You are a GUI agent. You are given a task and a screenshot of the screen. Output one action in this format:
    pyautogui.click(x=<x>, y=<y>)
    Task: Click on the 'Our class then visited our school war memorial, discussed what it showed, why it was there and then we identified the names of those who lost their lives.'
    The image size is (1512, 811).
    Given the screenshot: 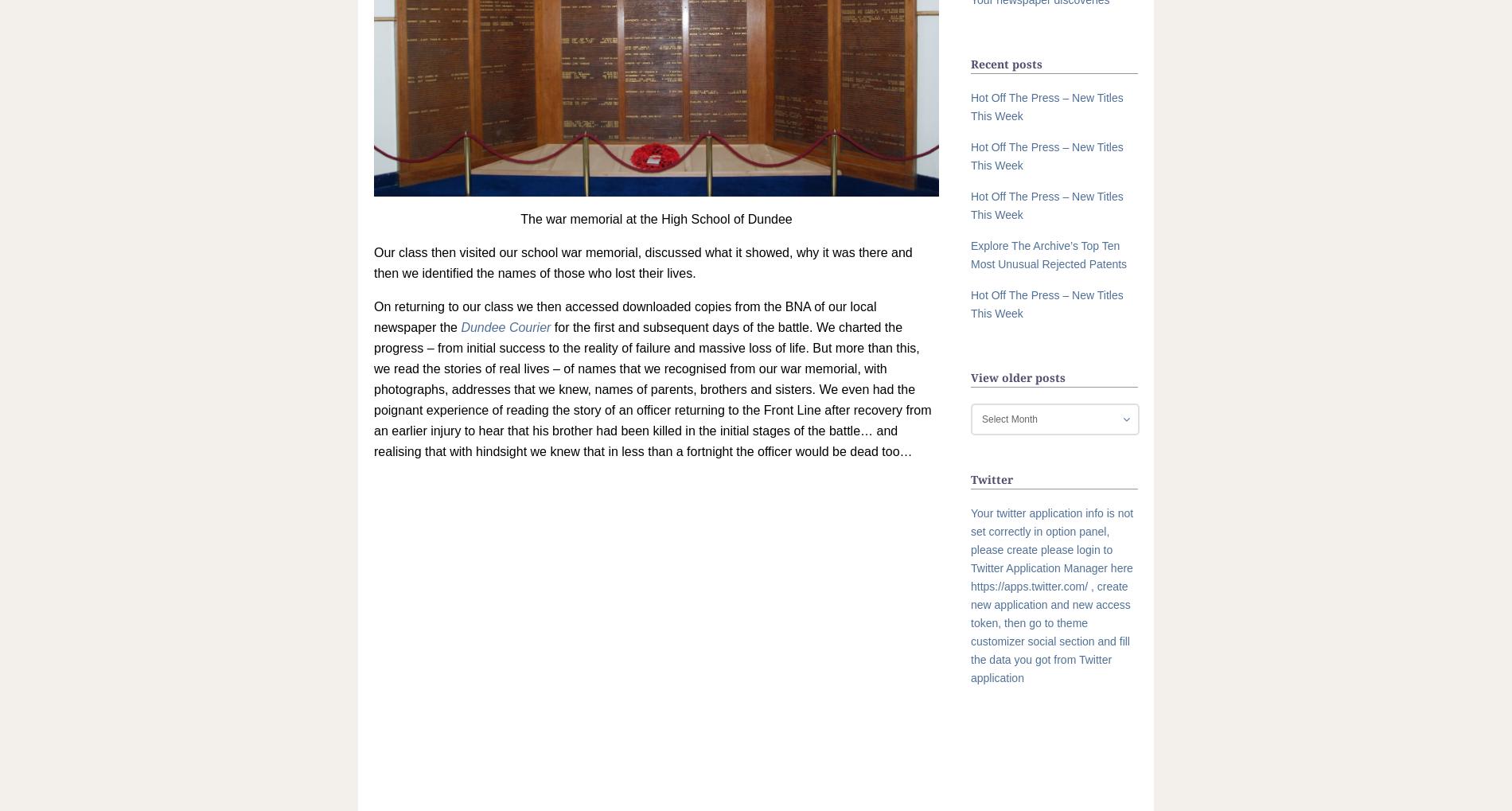 What is the action you would take?
    pyautogui.click(x=373, y=263)
    